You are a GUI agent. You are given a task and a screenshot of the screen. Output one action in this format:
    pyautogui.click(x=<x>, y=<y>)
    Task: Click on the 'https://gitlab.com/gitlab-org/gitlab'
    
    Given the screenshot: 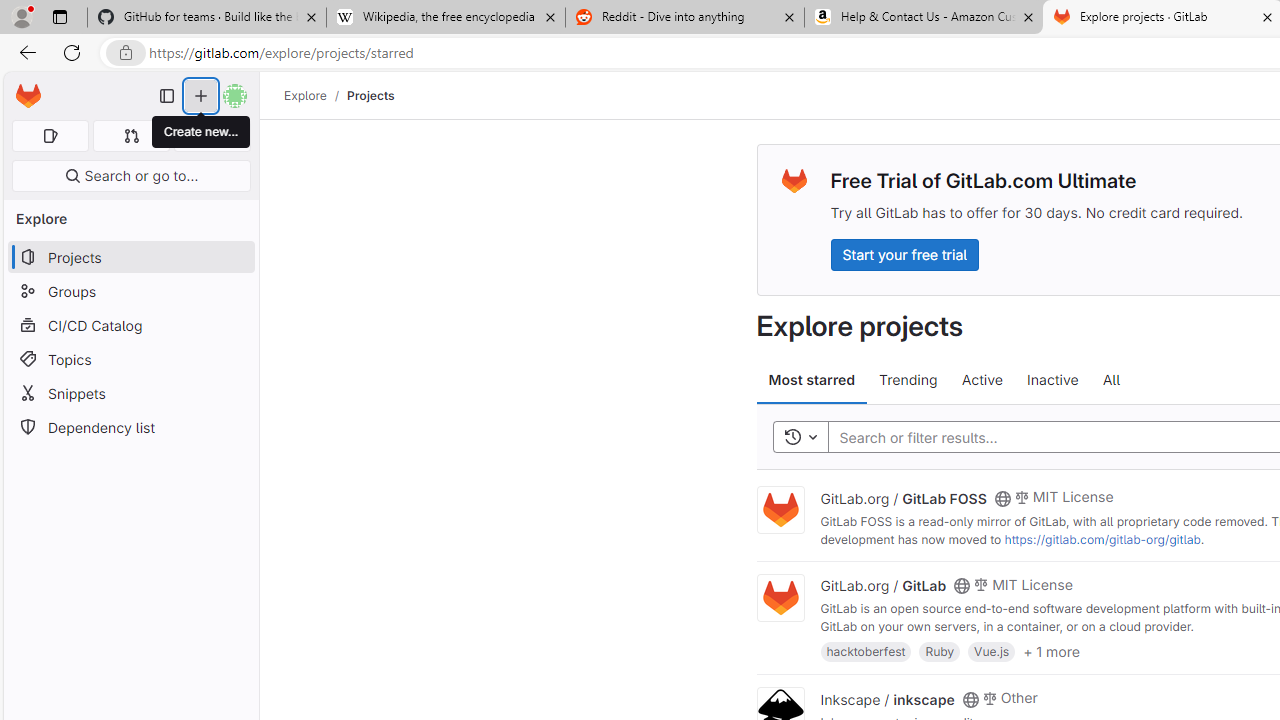 What is the action you would take?
    pyautogui.click(x=1101, y=538)
    